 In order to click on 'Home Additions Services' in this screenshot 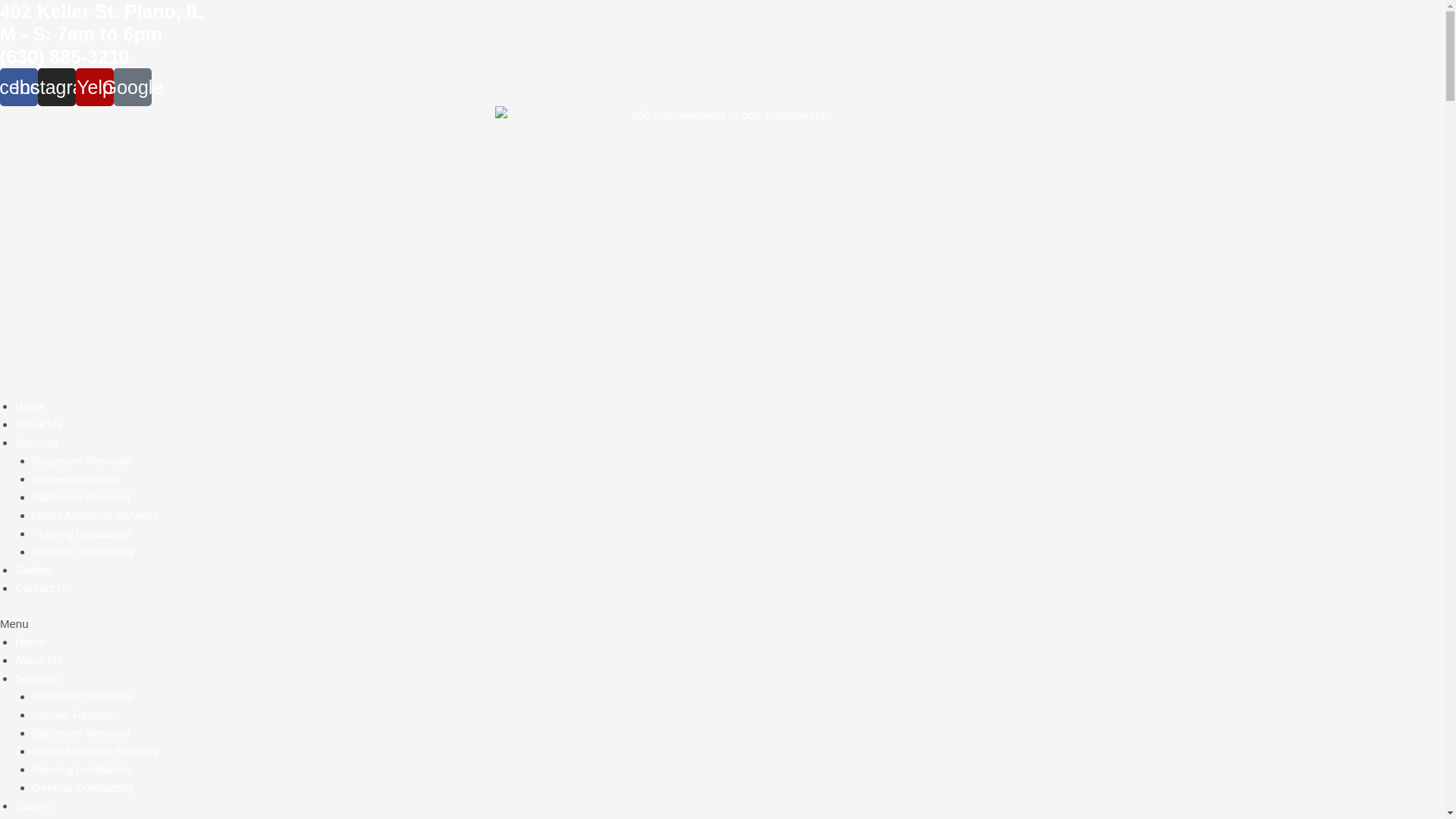, I will do `click(94, 514)`.